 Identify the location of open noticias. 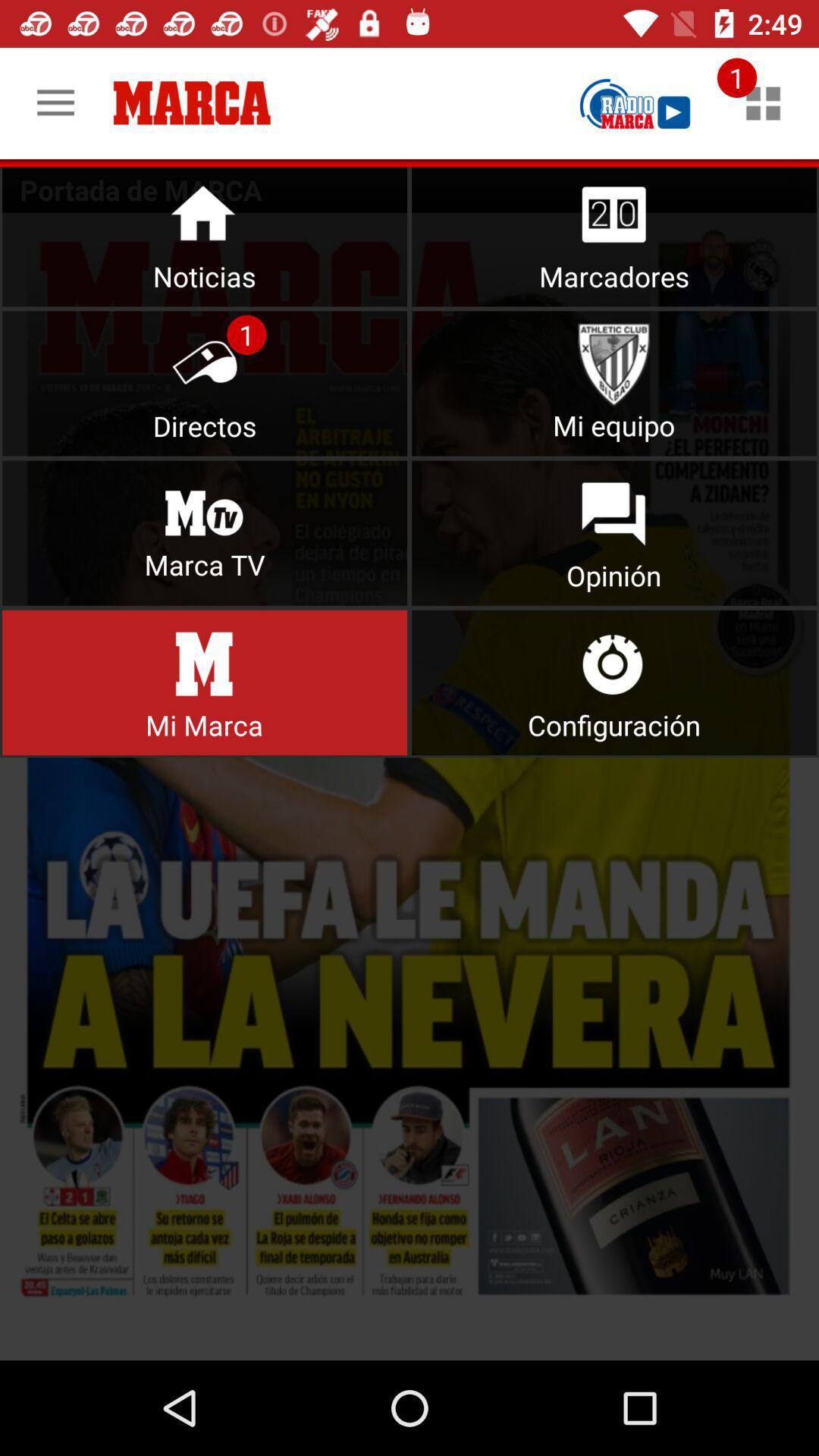
(205, 233).